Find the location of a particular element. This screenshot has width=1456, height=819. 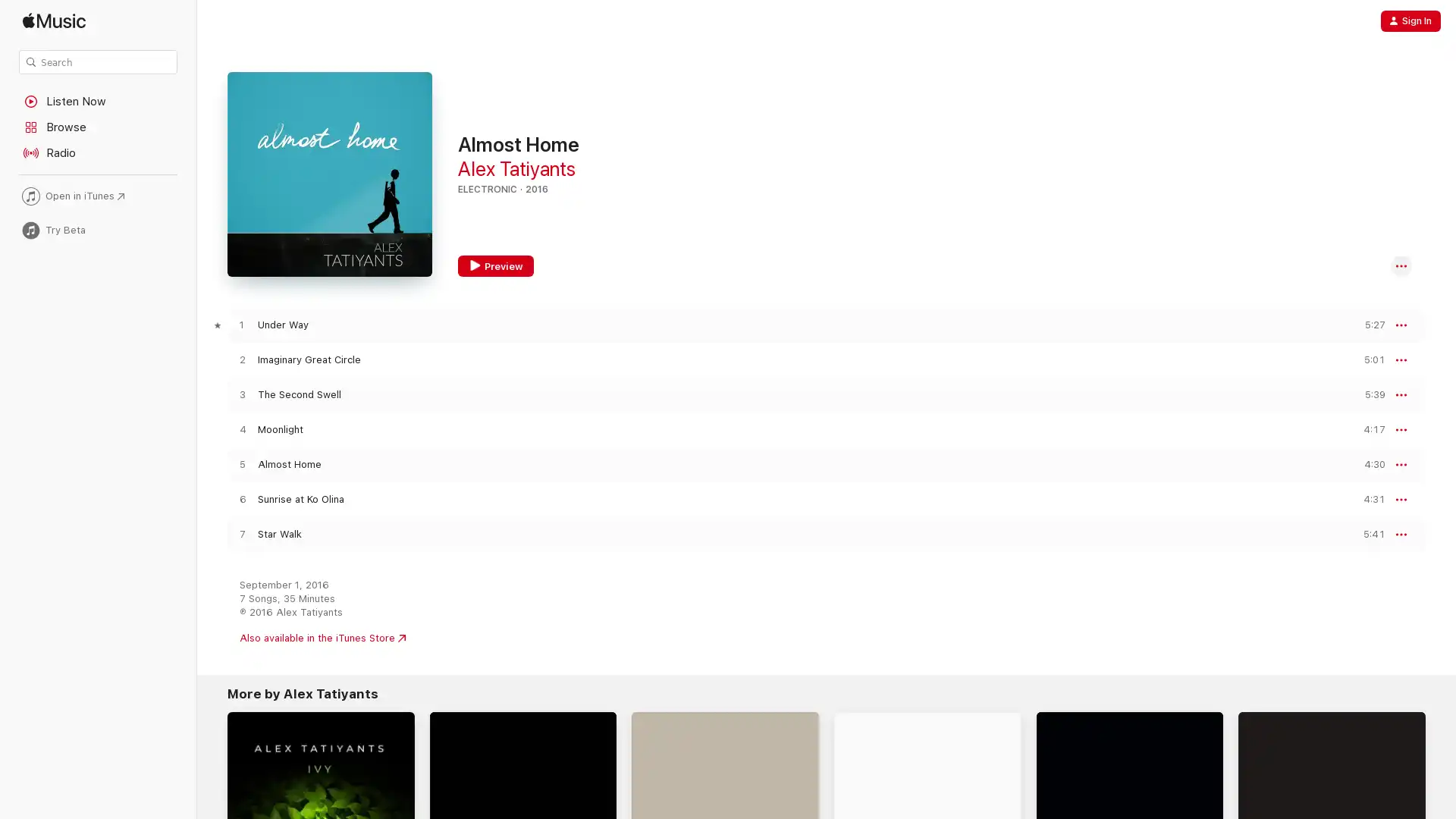

More is located at coordinates (1401, 464).